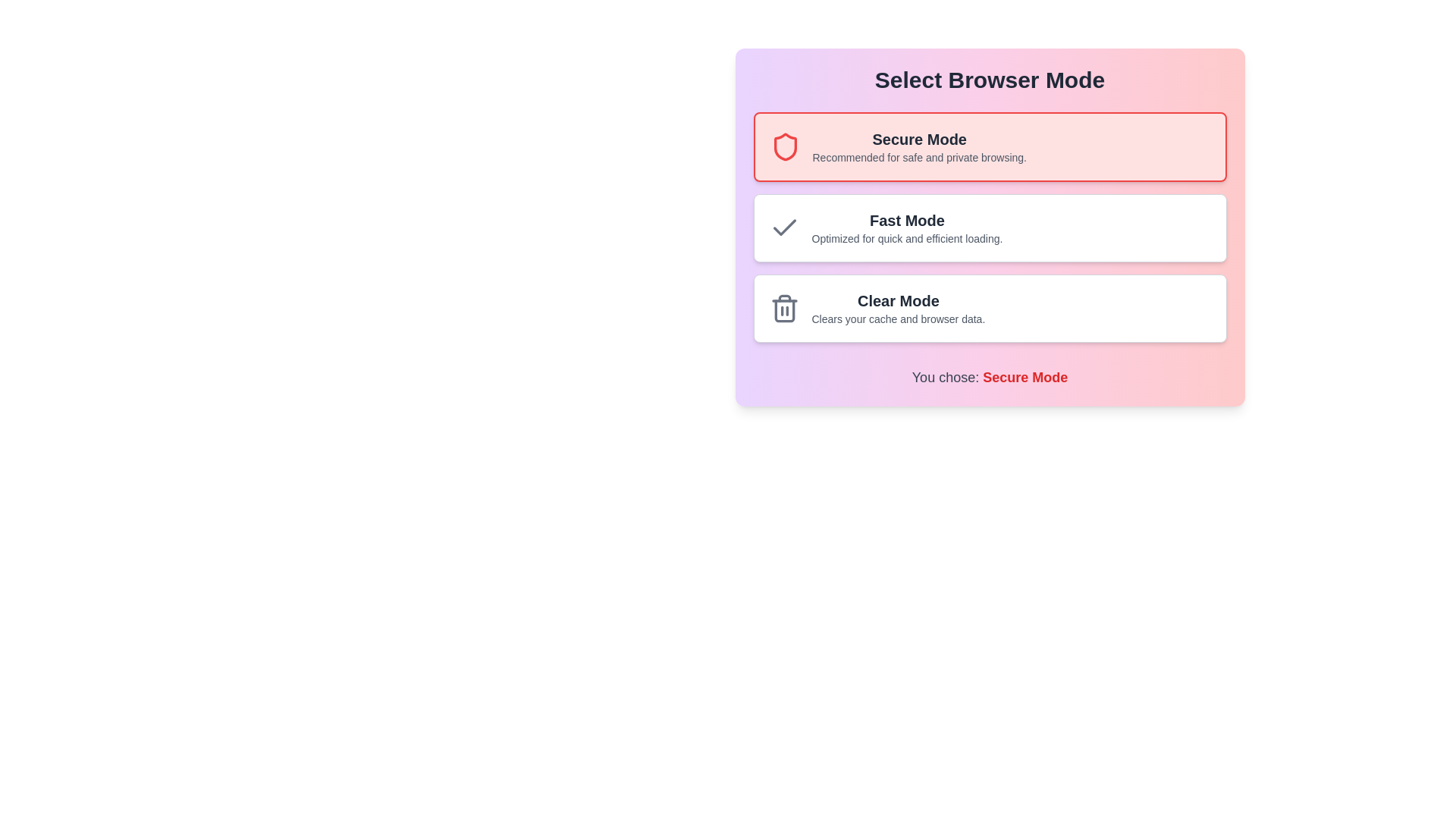 Image resolution: width=1456 pixels, height=819 pixels. I want to click on the 'Secure Mode' text label, which serves as the title for the selection option, providing clarity on its purpose, so click(918, 140).